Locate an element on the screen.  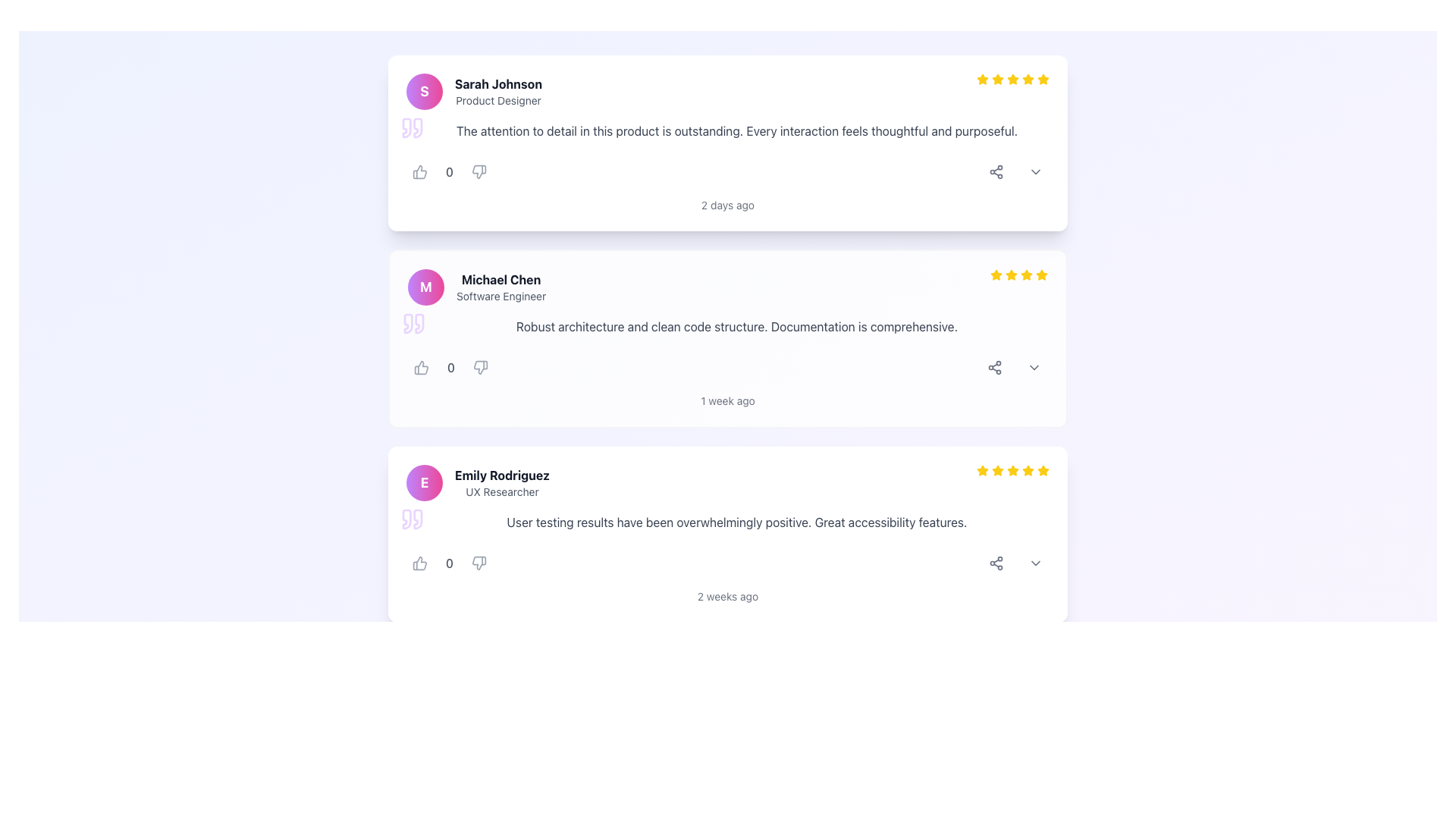
the fourth star-shaped icon in the product review section, which is yellow with a black outline is located at coordinates (1026, 275).